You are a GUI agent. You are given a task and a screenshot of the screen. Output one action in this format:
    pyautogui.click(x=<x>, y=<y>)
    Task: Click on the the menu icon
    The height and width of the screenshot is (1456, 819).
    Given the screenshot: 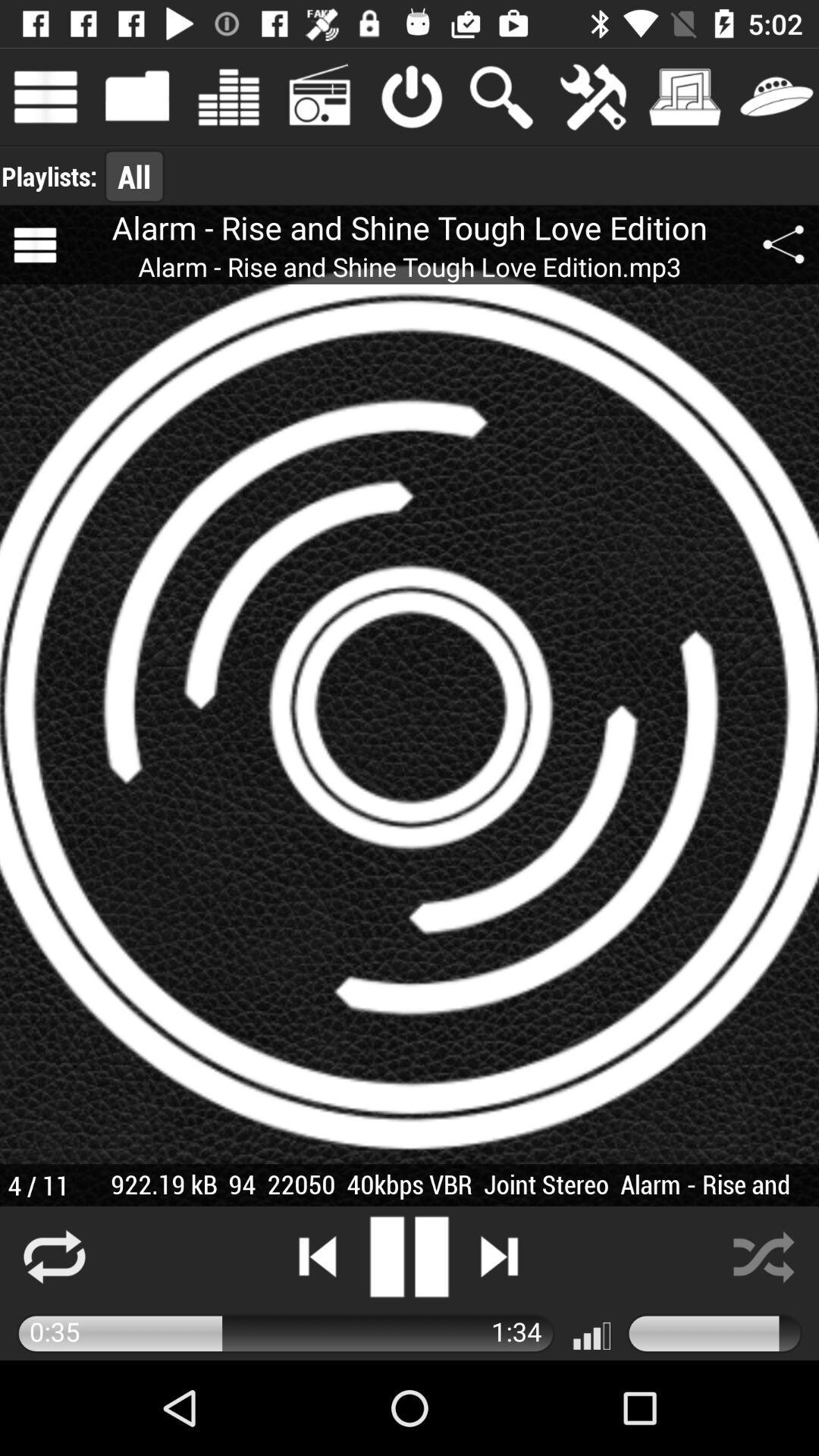 What is the action you would take?
    pyautogui.click(x=34, y=245)
    